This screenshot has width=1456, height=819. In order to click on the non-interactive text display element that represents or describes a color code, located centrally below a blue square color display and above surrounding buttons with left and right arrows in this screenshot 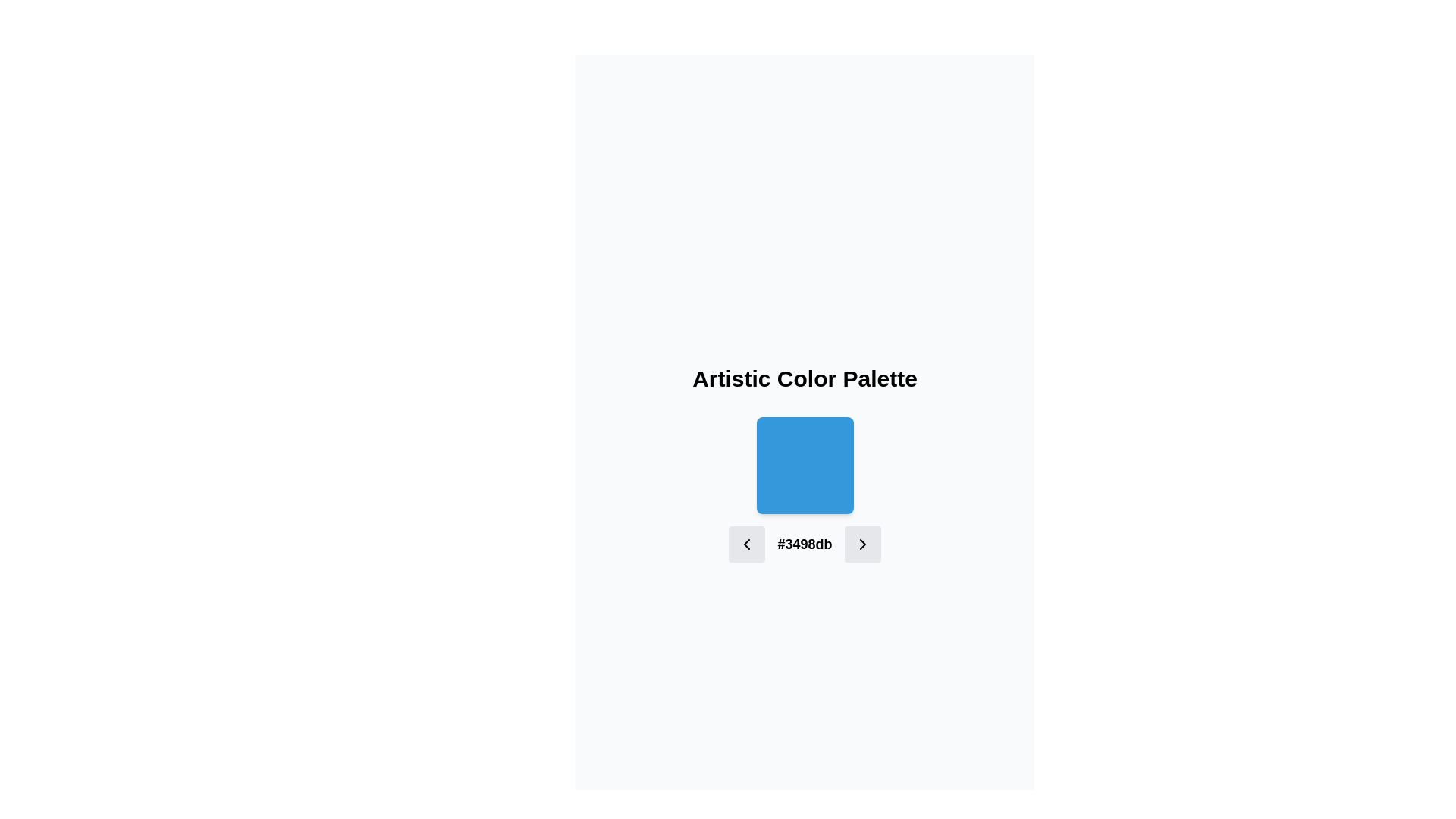, I will do `click(804, 543)`.